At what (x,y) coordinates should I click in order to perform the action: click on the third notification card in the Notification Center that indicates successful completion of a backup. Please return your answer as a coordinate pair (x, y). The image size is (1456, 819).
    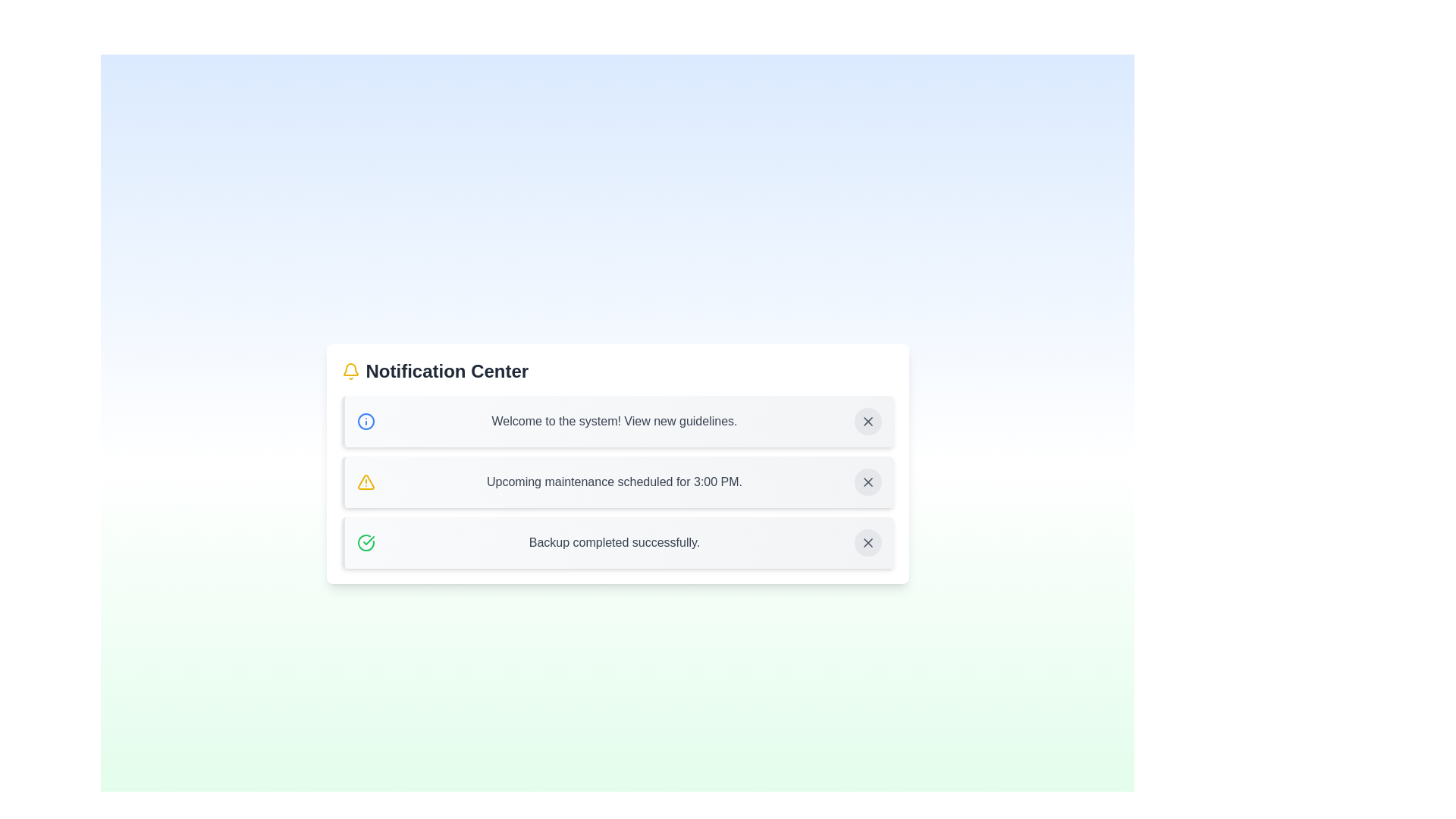
    Looking at the image, I should click on (617, 542).